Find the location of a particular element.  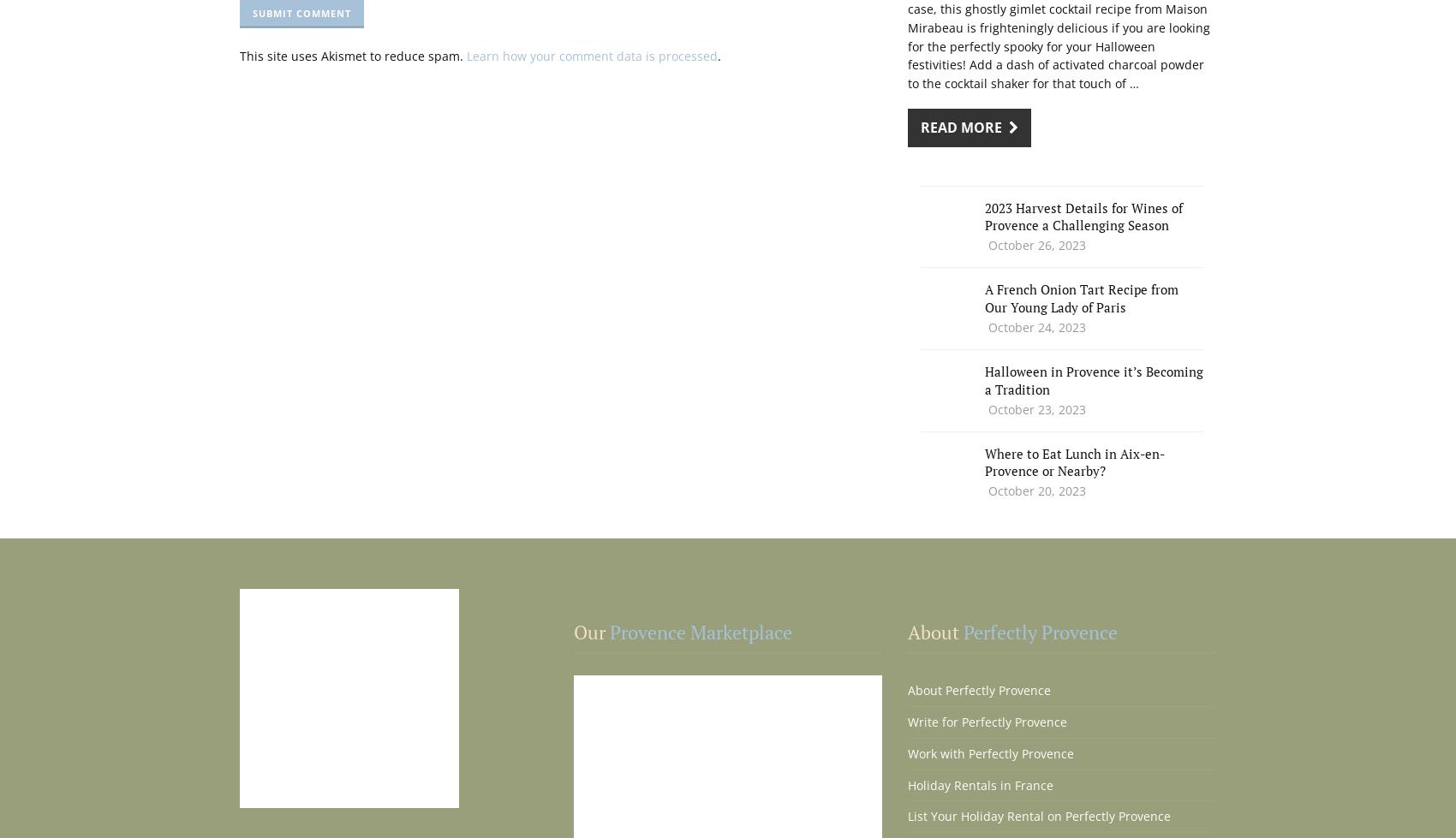

'Perfectly Provence' is located at coordinates (1039, 631).